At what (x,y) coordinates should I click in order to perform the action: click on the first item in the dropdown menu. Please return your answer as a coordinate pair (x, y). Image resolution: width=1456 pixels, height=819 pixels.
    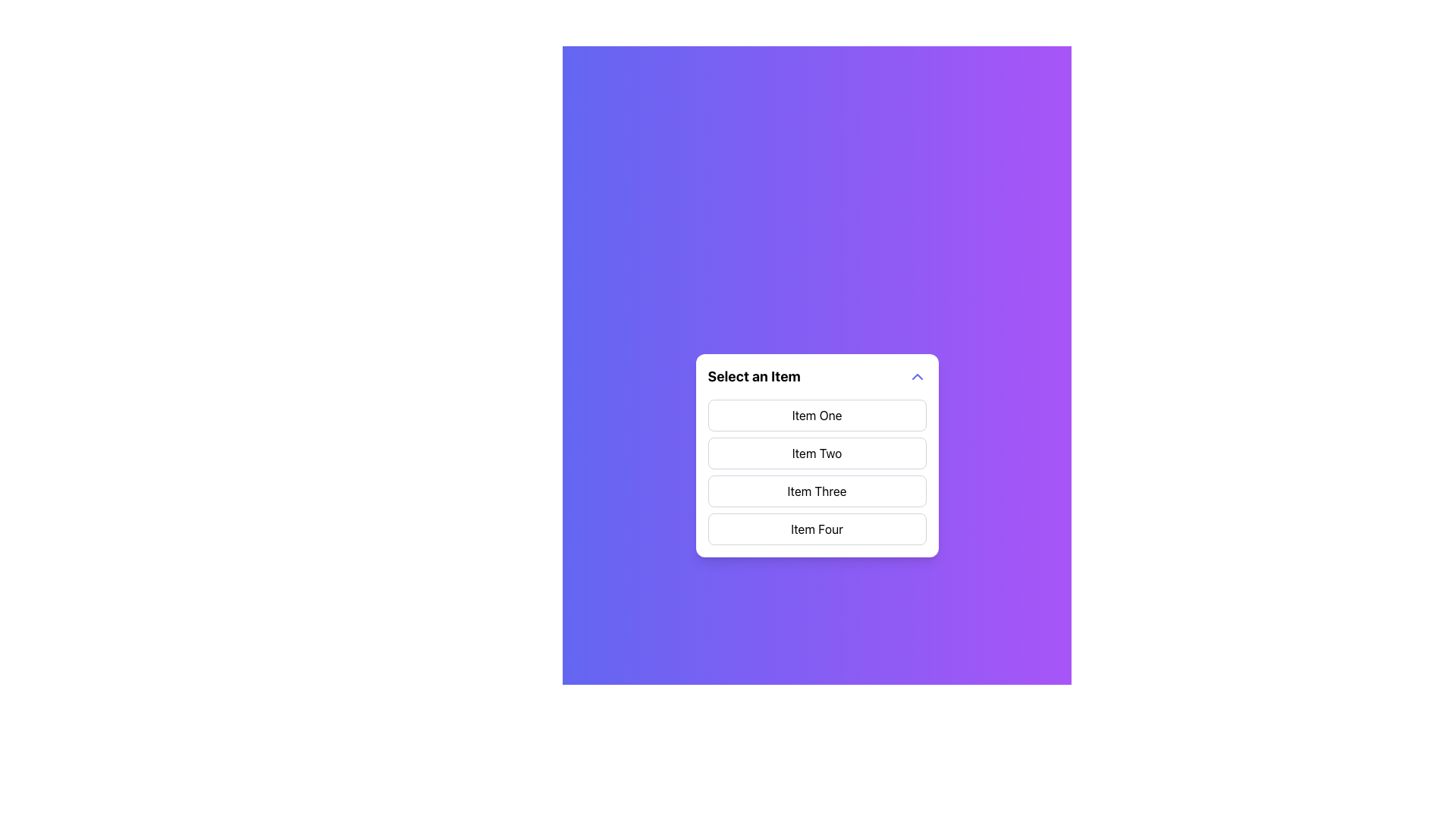
    Looking at the image, I should click on (816, 415).